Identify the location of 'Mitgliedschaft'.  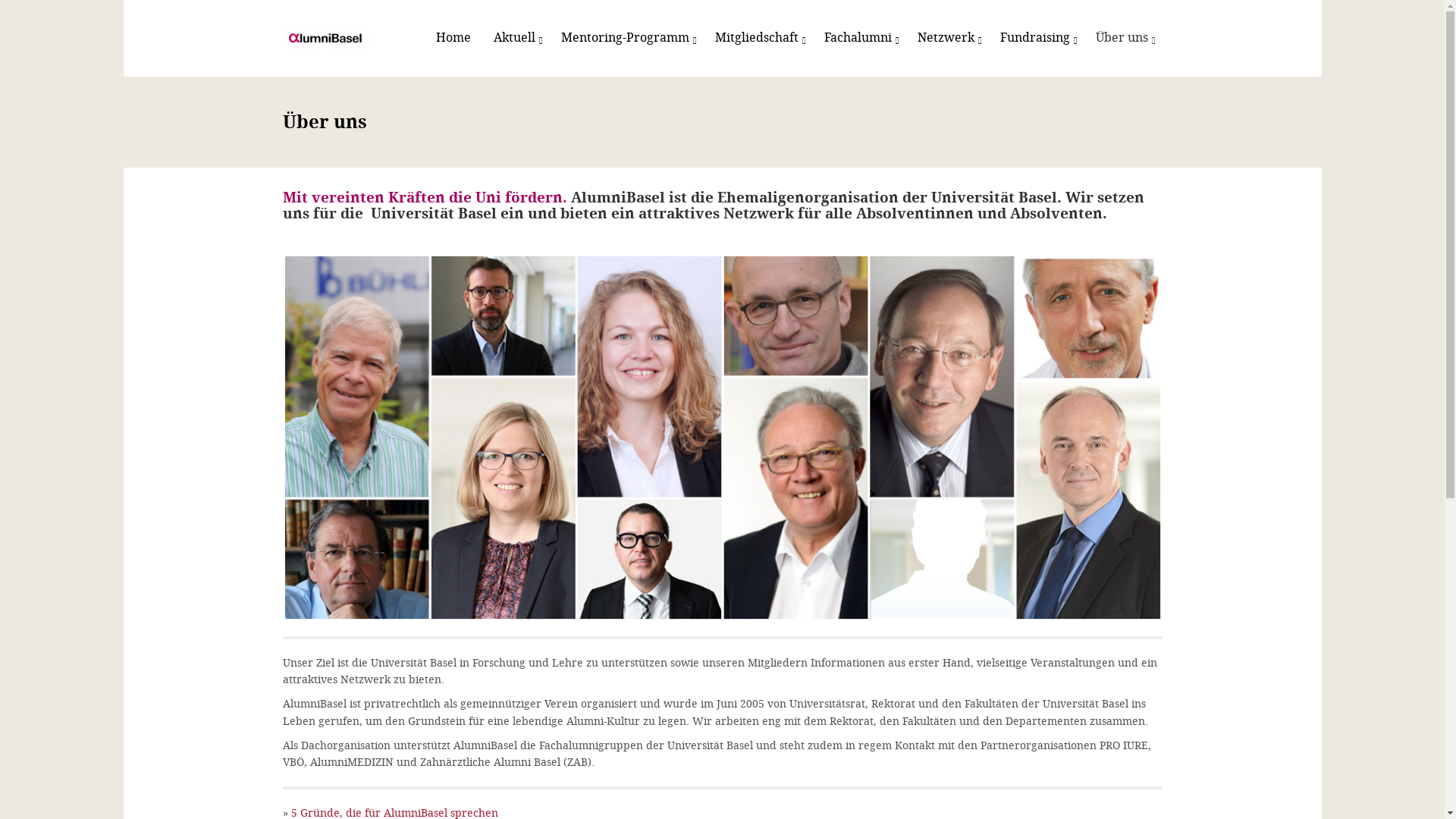
(758, 37).